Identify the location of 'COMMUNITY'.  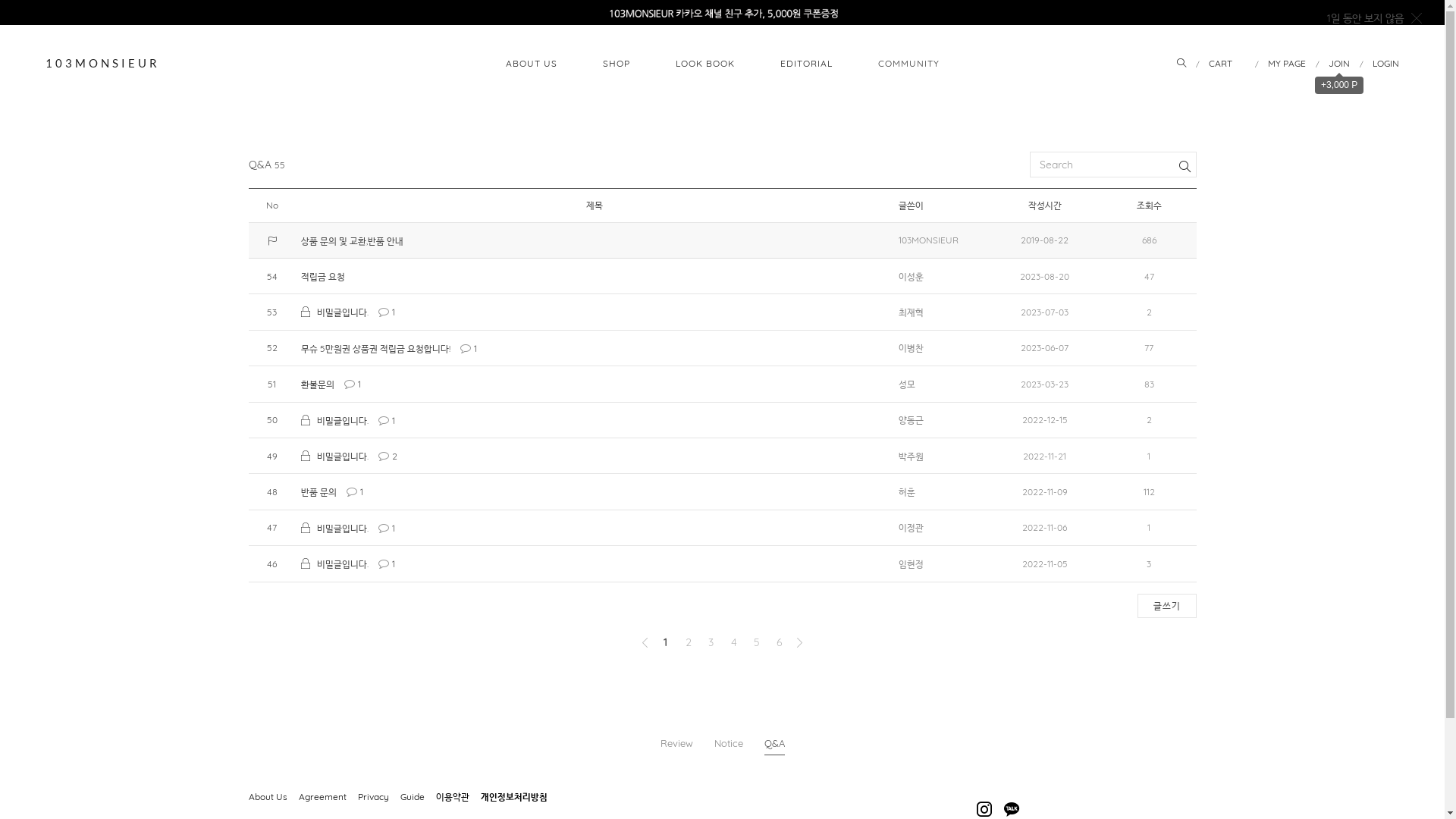
(908, 62).